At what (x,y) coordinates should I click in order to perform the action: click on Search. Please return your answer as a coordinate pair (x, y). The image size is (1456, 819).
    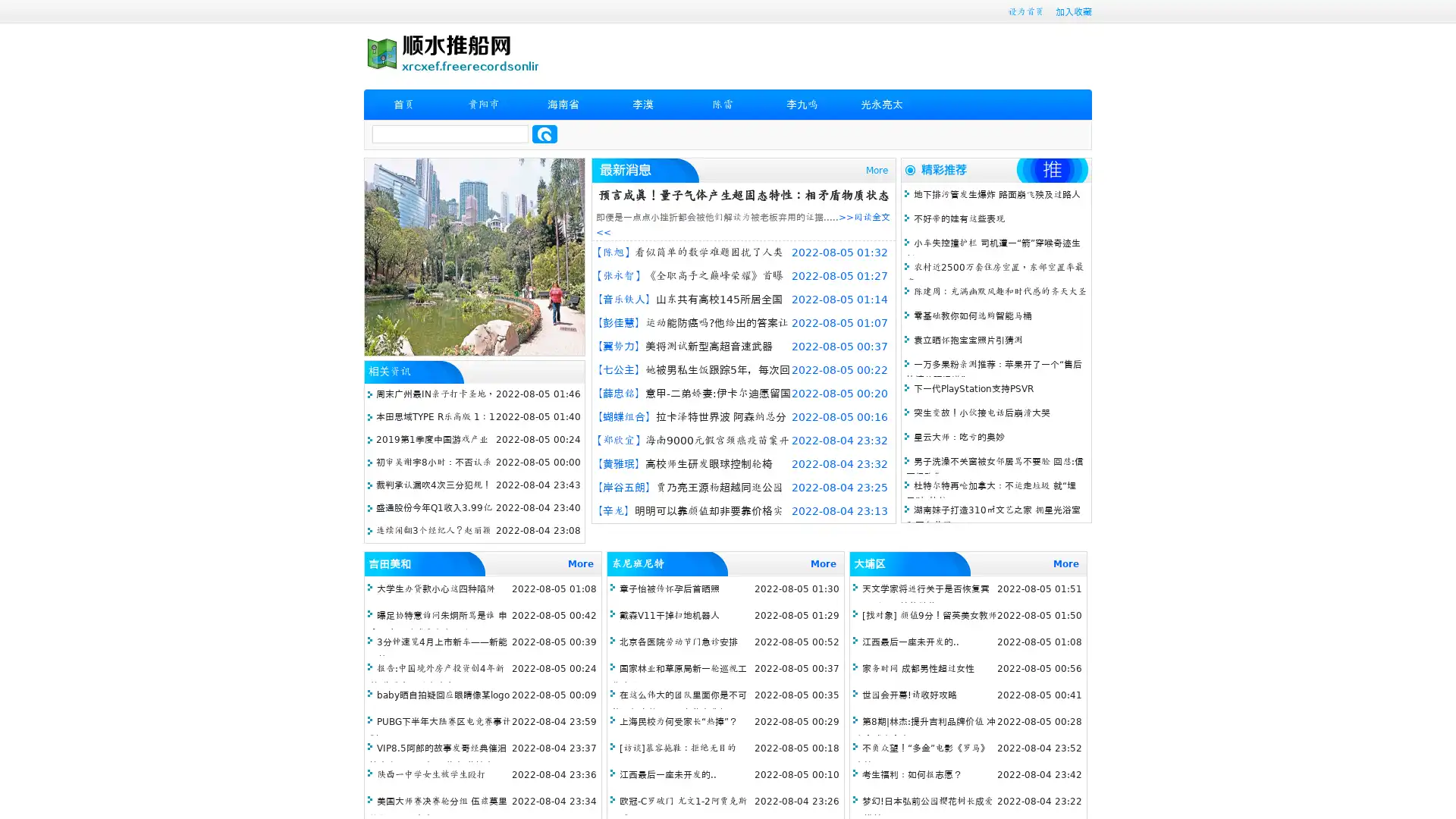
    Looking at the image, I should click on (544, 133).